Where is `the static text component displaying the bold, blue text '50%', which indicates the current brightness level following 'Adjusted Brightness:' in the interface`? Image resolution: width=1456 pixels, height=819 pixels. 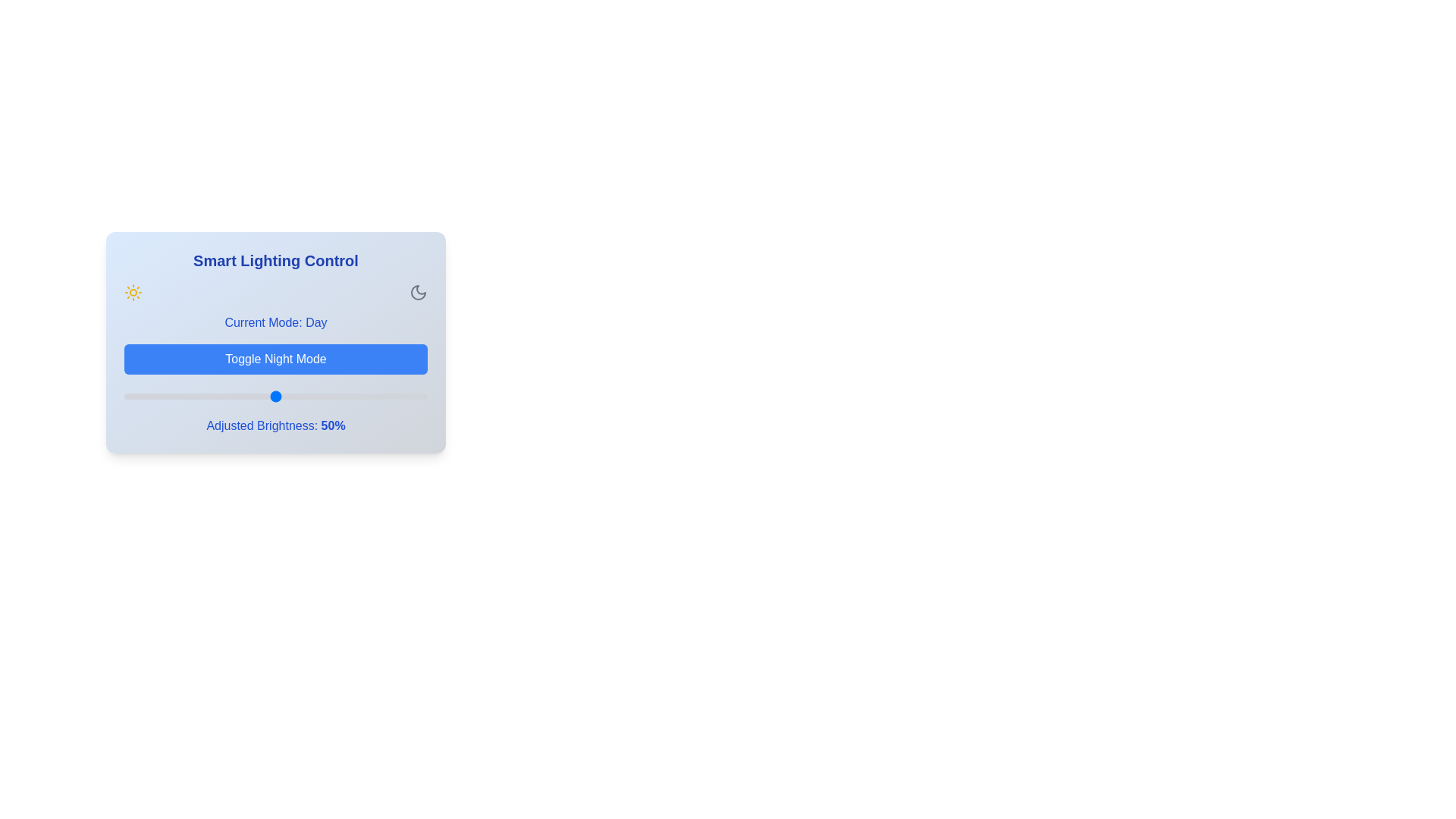 the static text component displaying the bold, blue text '50%', which indicates the current brightness level following 'Adjusted Brightness:' in the interface is located at coordinates (332, 425).